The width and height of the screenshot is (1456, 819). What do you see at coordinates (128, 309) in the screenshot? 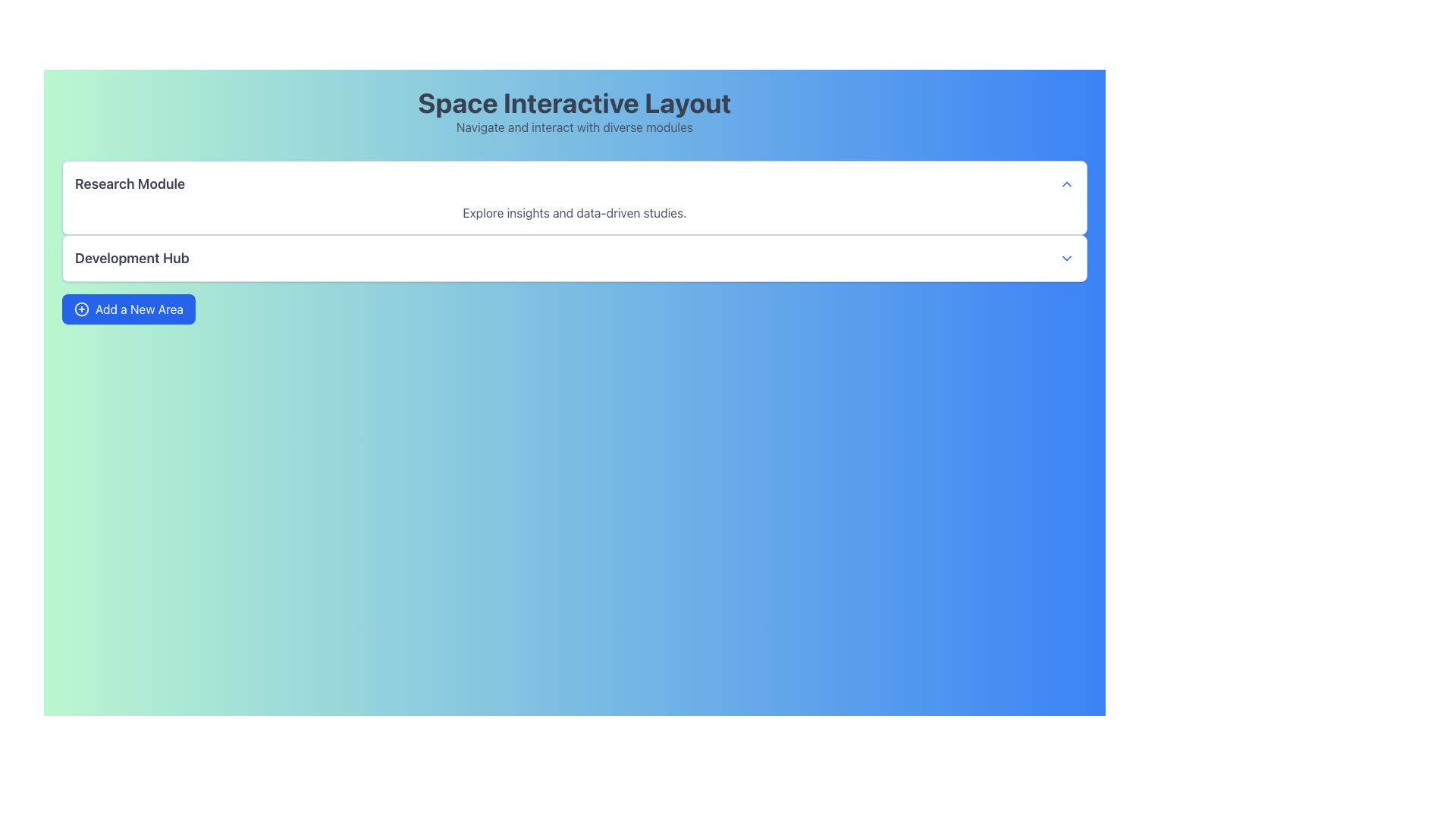
I see `the 'Add a New Area' button with a blue background and white text located at the bottom of the 'Development Hub' section` at bounding box center [128, 309].